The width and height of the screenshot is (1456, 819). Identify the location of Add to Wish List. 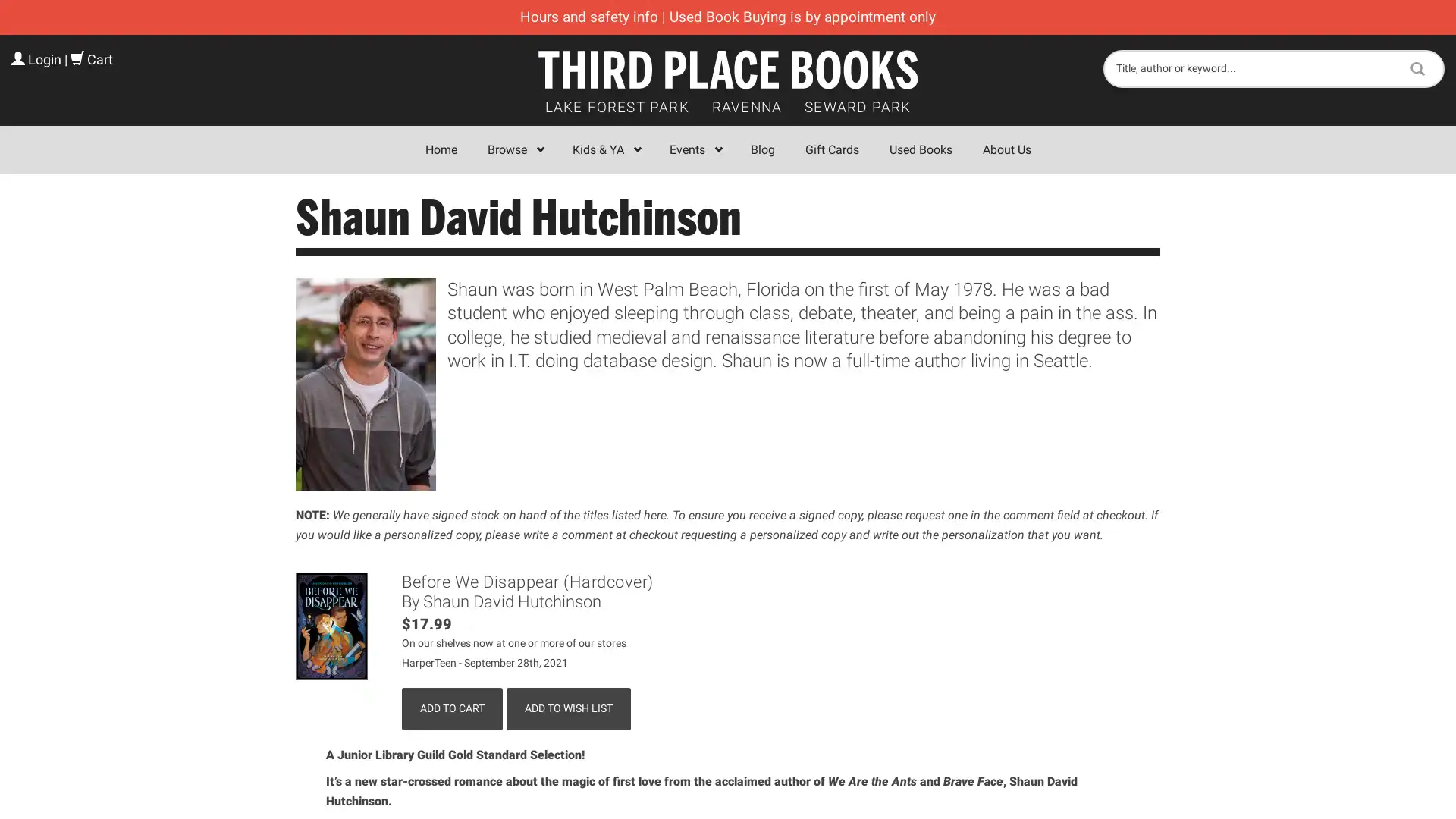
(567, 708).